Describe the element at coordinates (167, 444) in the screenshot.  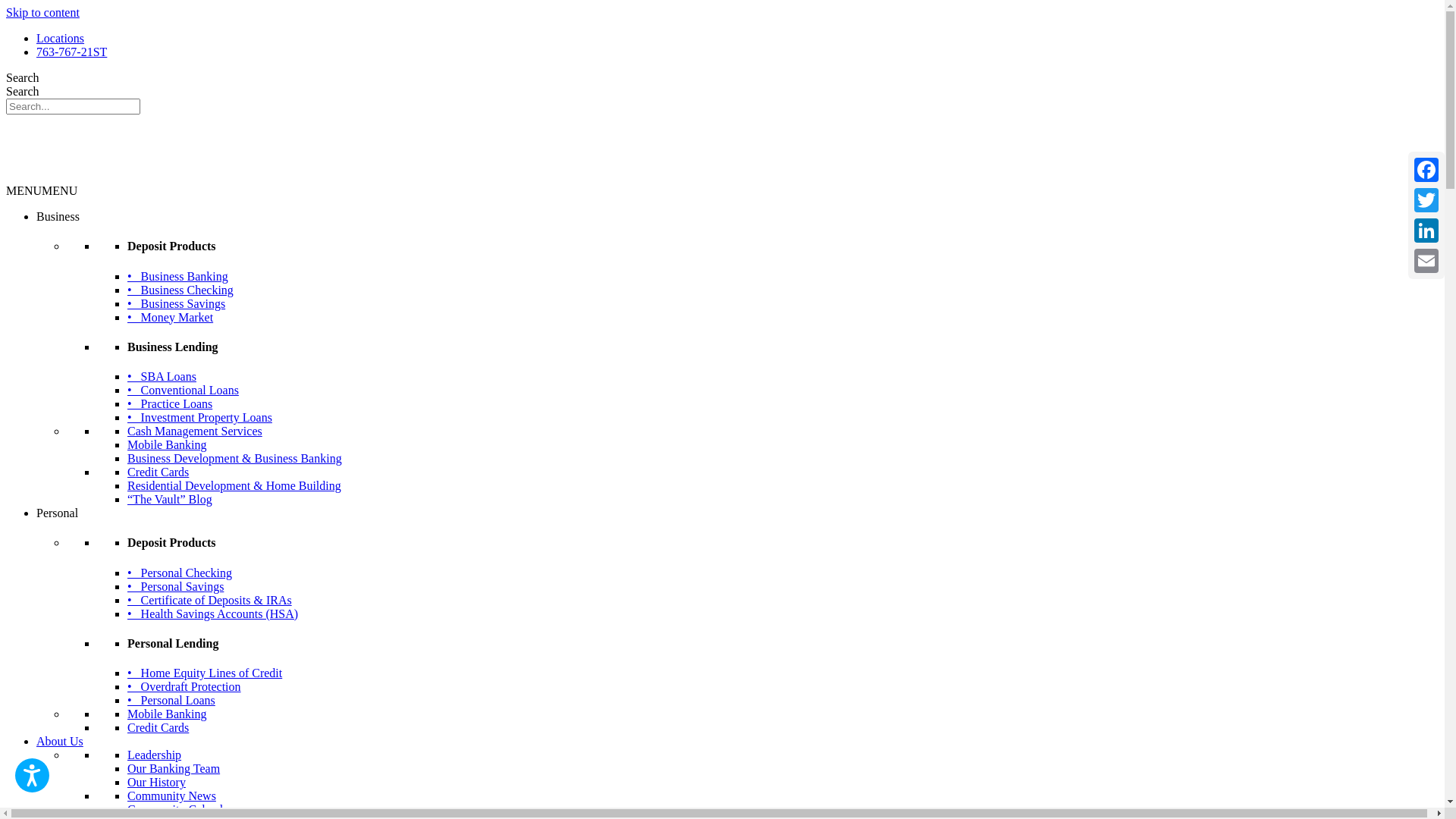
I see `'Mobile Banking'` at that location.